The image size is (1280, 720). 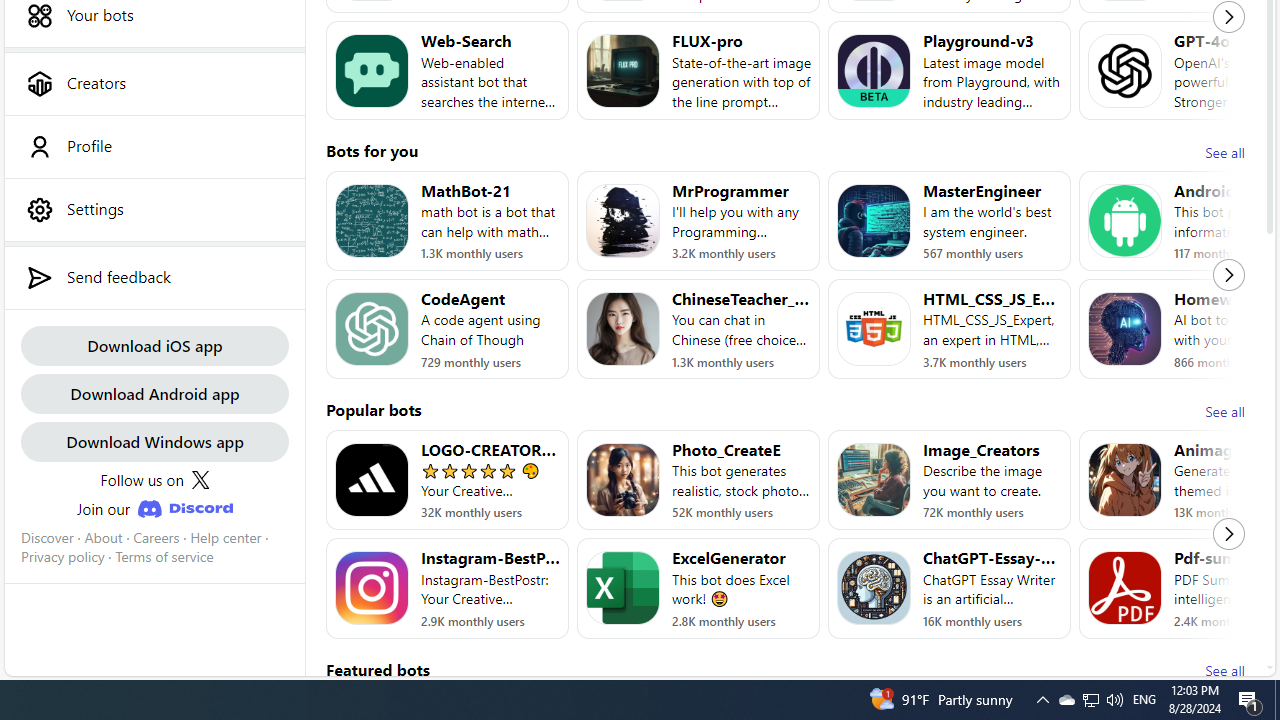 What do you see at coordinates (184, 508) in the screenshot?
I see `'Class: JoinDiscordLink_discordIcon__Xw13A'` at bounding box center [184, 508].